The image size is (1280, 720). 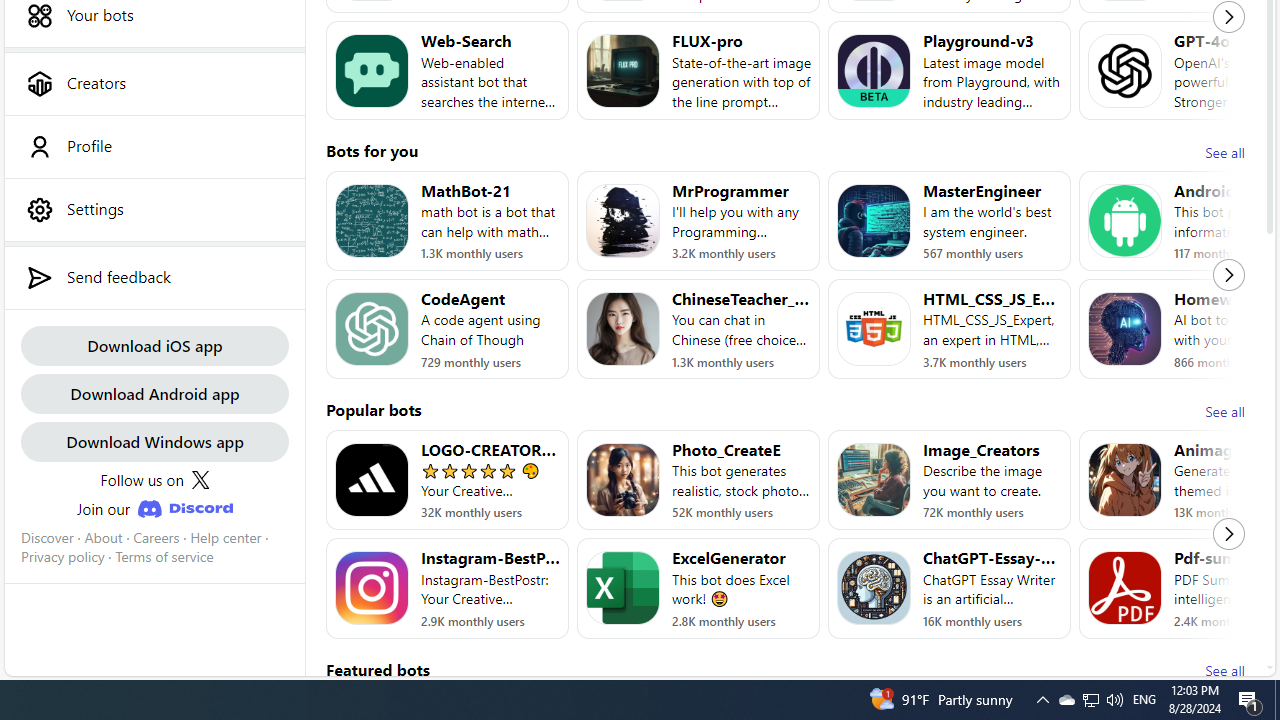 What do you see at coordinates (184, 508) in the screenshot?
I see `'Class: JoinDiscordLink_discordIcon__Xw13A'` at bounding box center [184, 508].